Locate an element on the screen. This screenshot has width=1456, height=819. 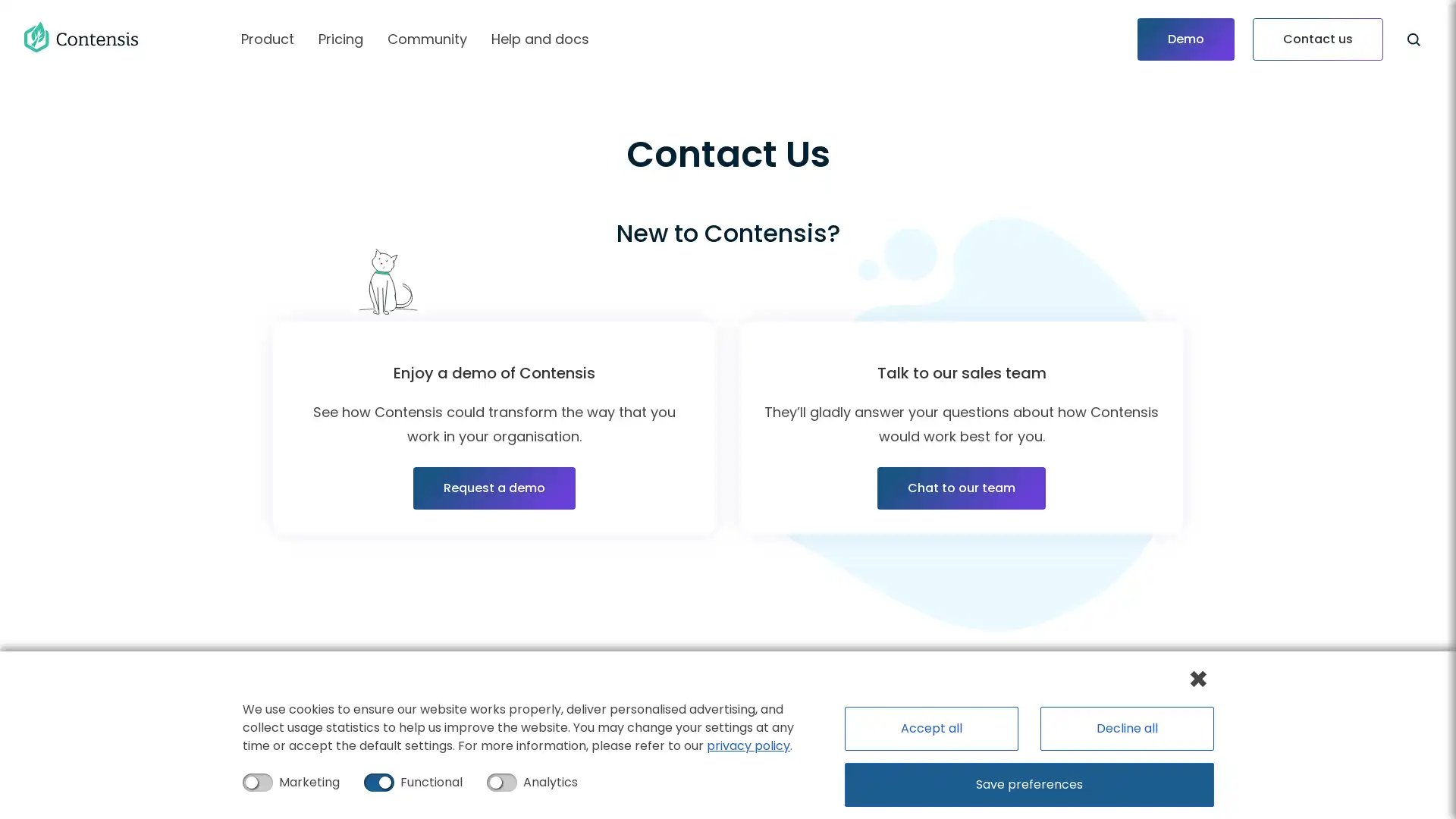
Accept all is located at coordinates (927, 727).